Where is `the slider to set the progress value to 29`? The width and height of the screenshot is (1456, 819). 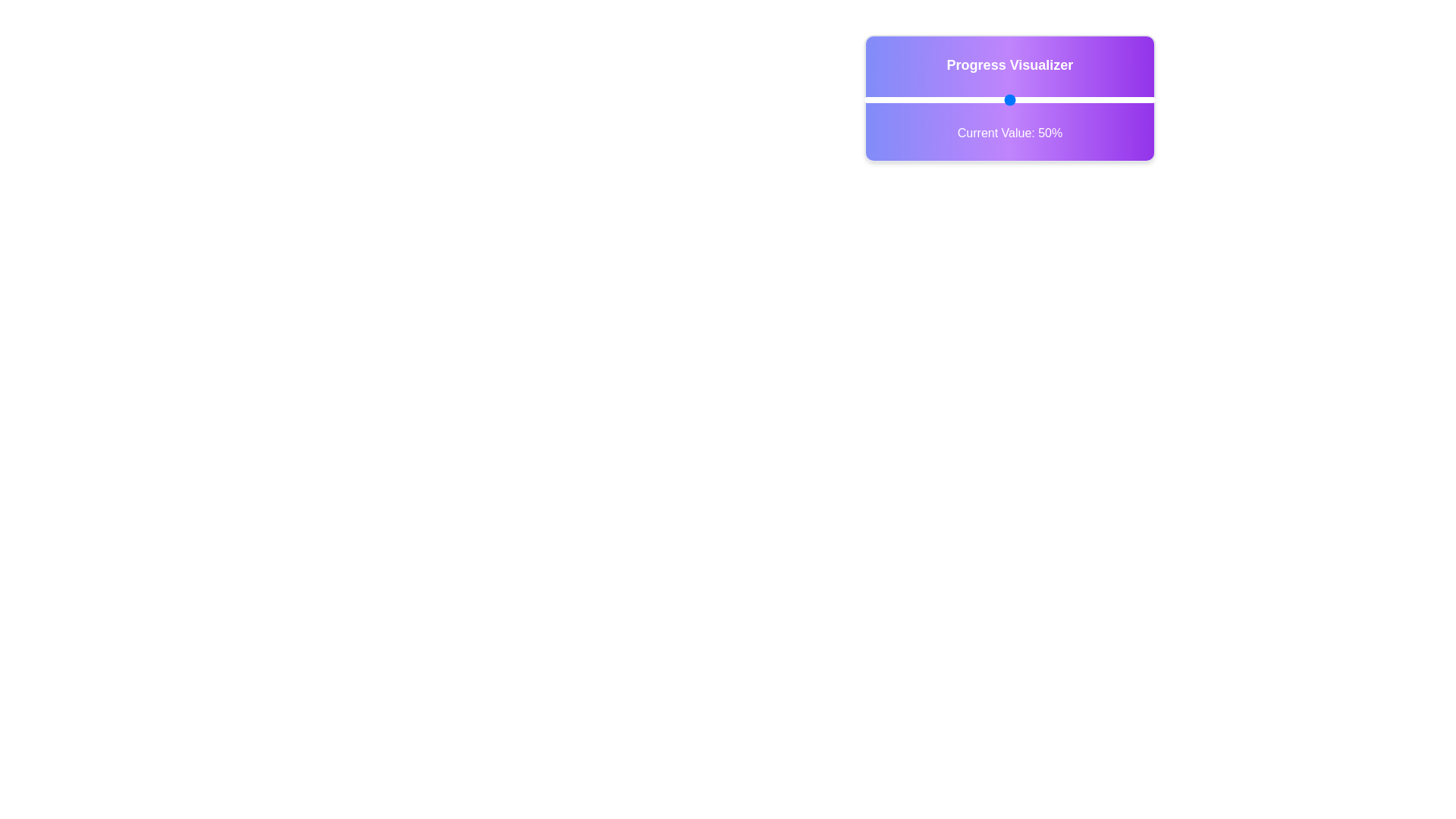 the slider to set the progress value to 29 is located at coordinates (948, 99).